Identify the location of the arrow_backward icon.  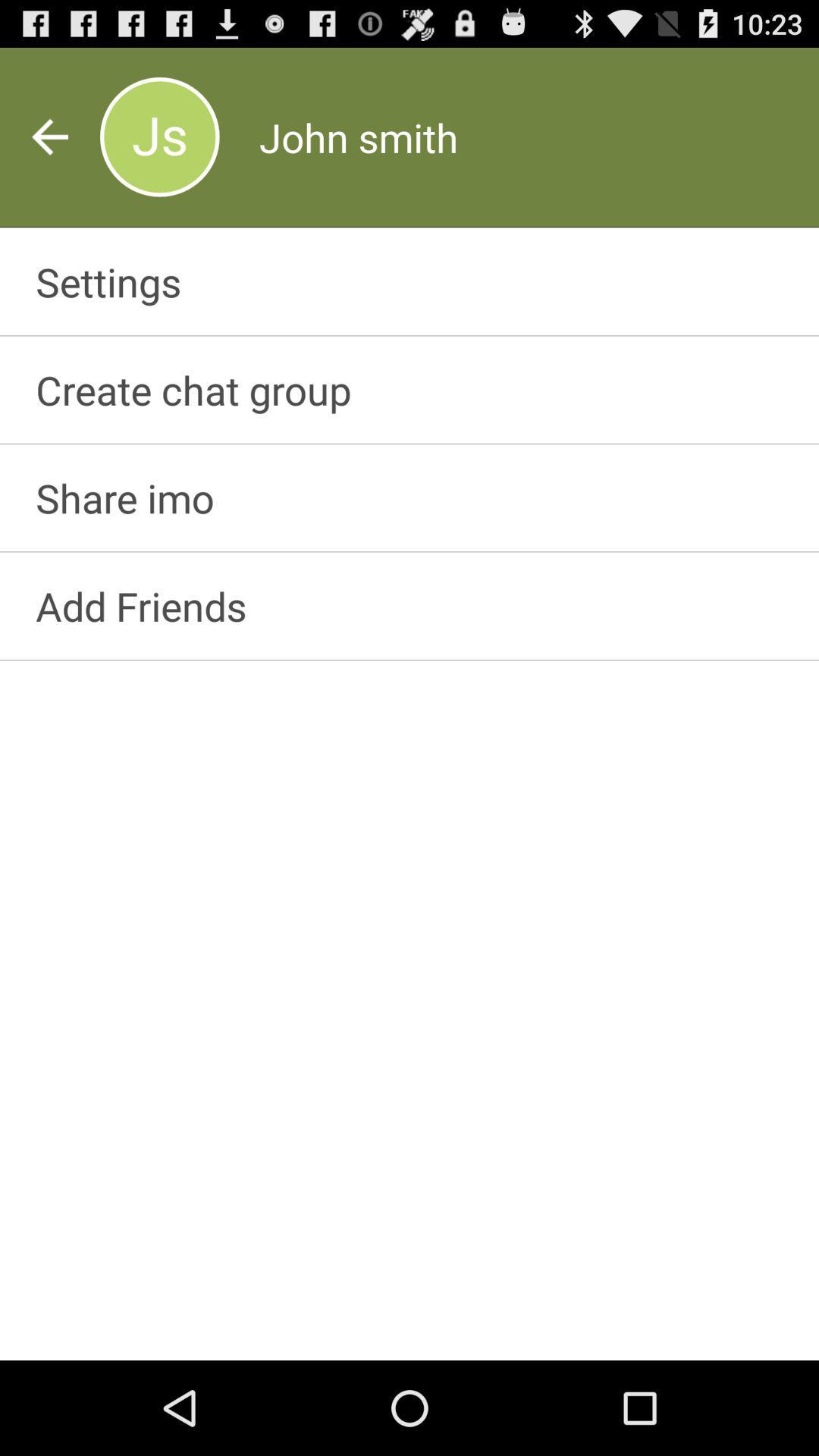
(49, 146).